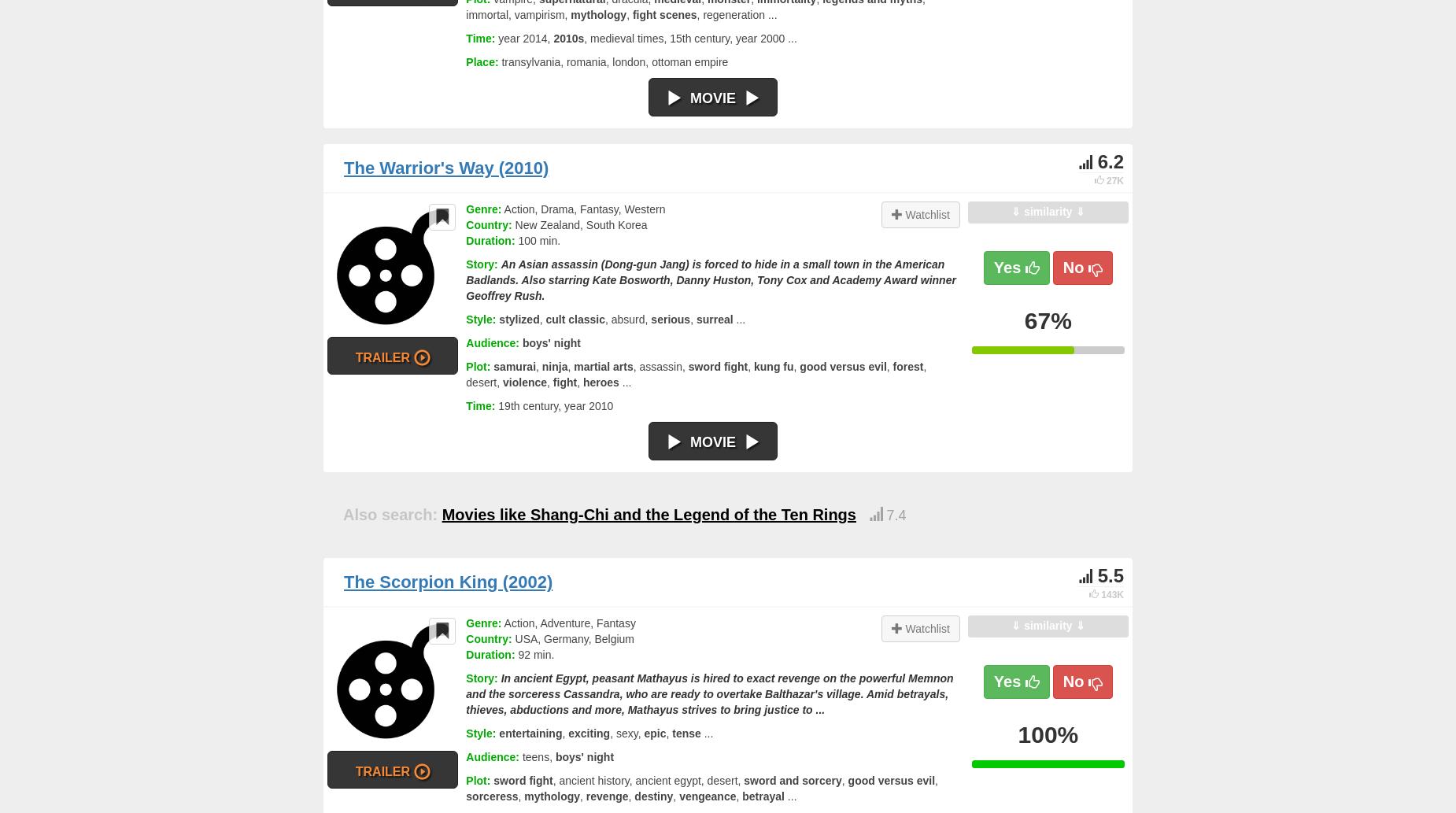  I want to click on '27K', so click(1114, 179).